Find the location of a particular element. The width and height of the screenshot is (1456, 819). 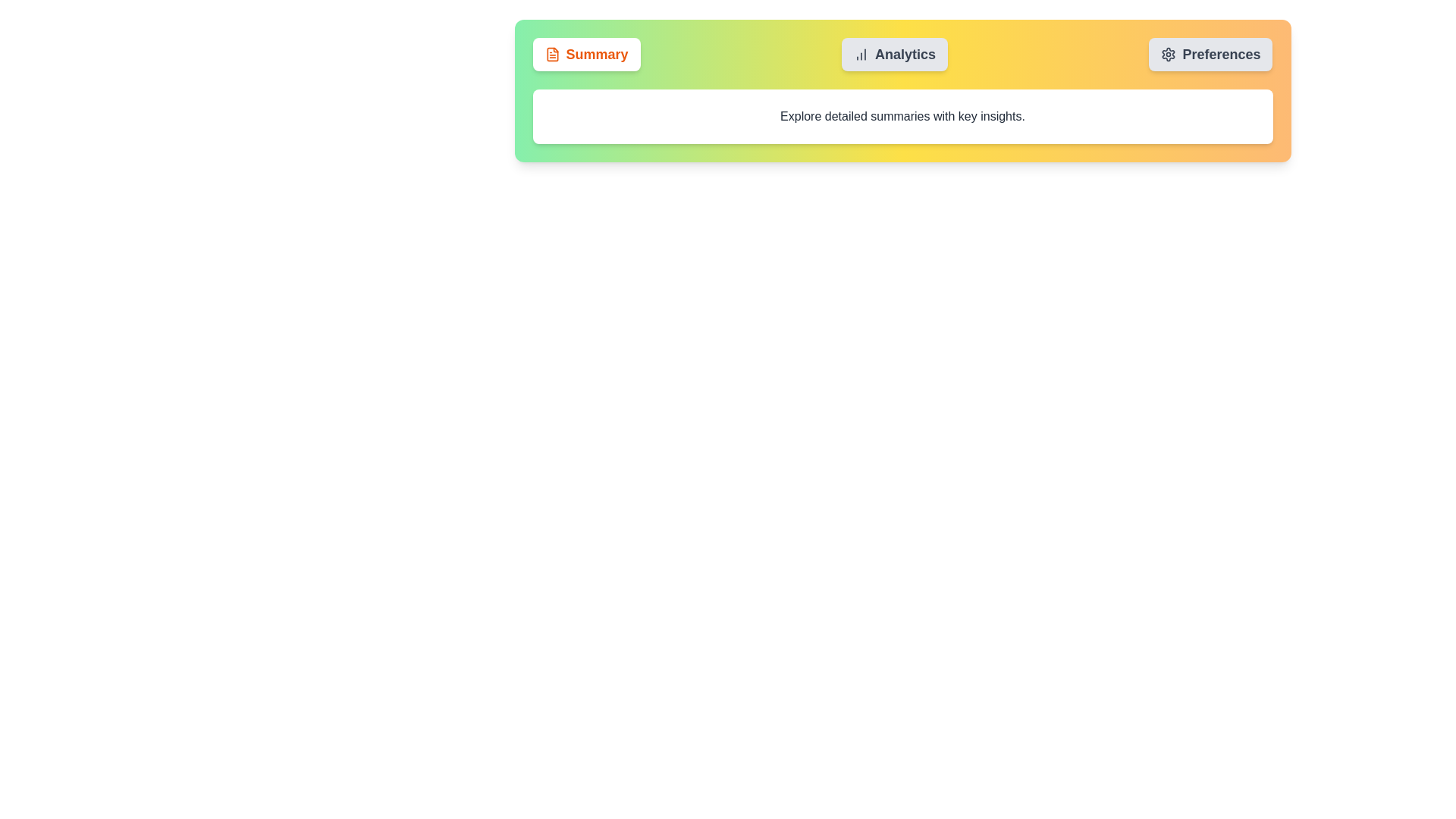

the gear icon located at the top right corner of the interface next to the 'Preferences' tab to trigger a tooltip or visual feedback is located at coordinates (1168, 54).